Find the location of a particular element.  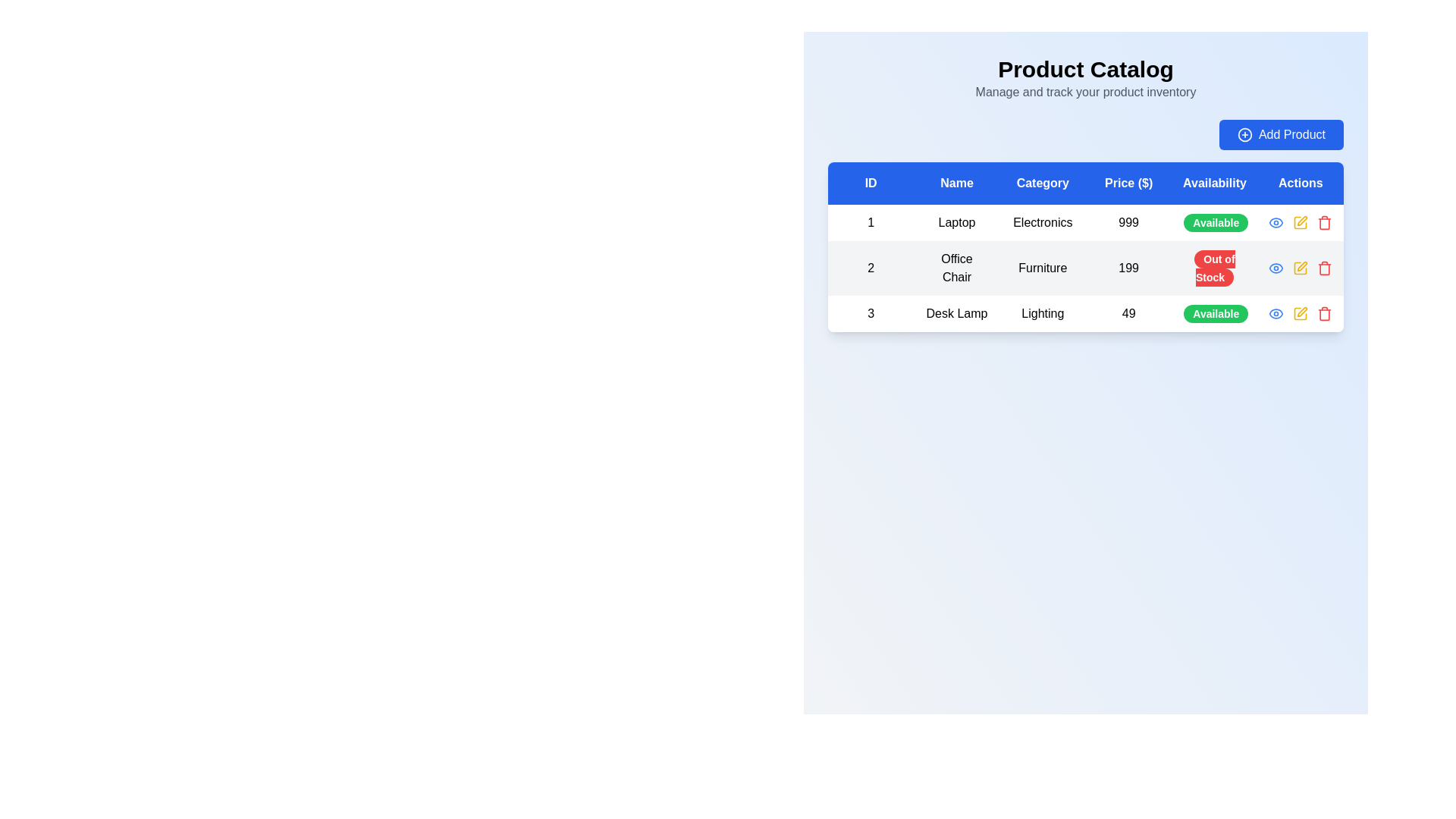

the yellow edit button, which is a pen icon located as the second action icon in the 'Actions' column of the first row of the product table labeled 'Product Catalog' is located at coordinates (1300, 222).